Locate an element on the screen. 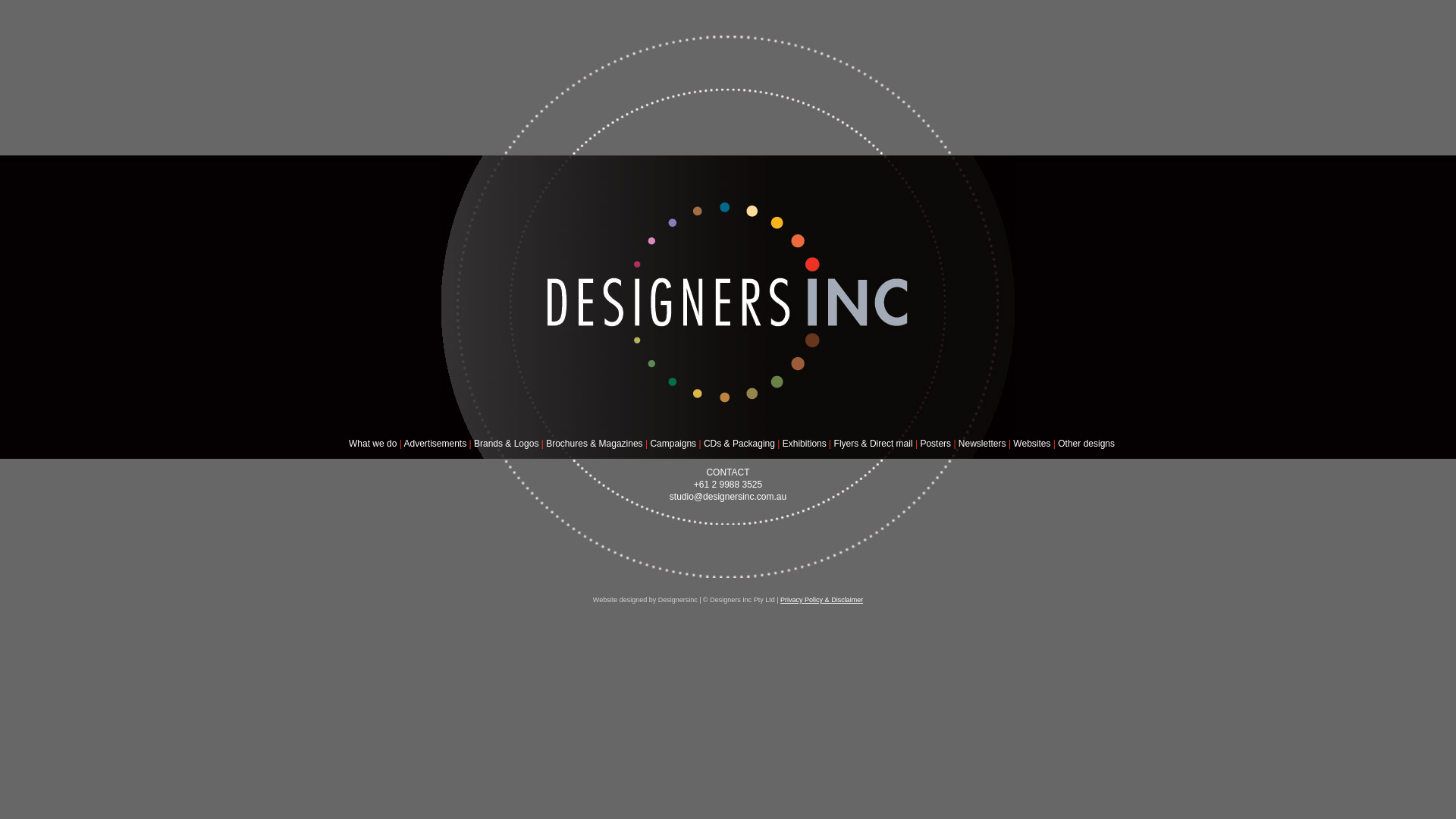  'Exhibitions' is located at coordinates (783, 444).